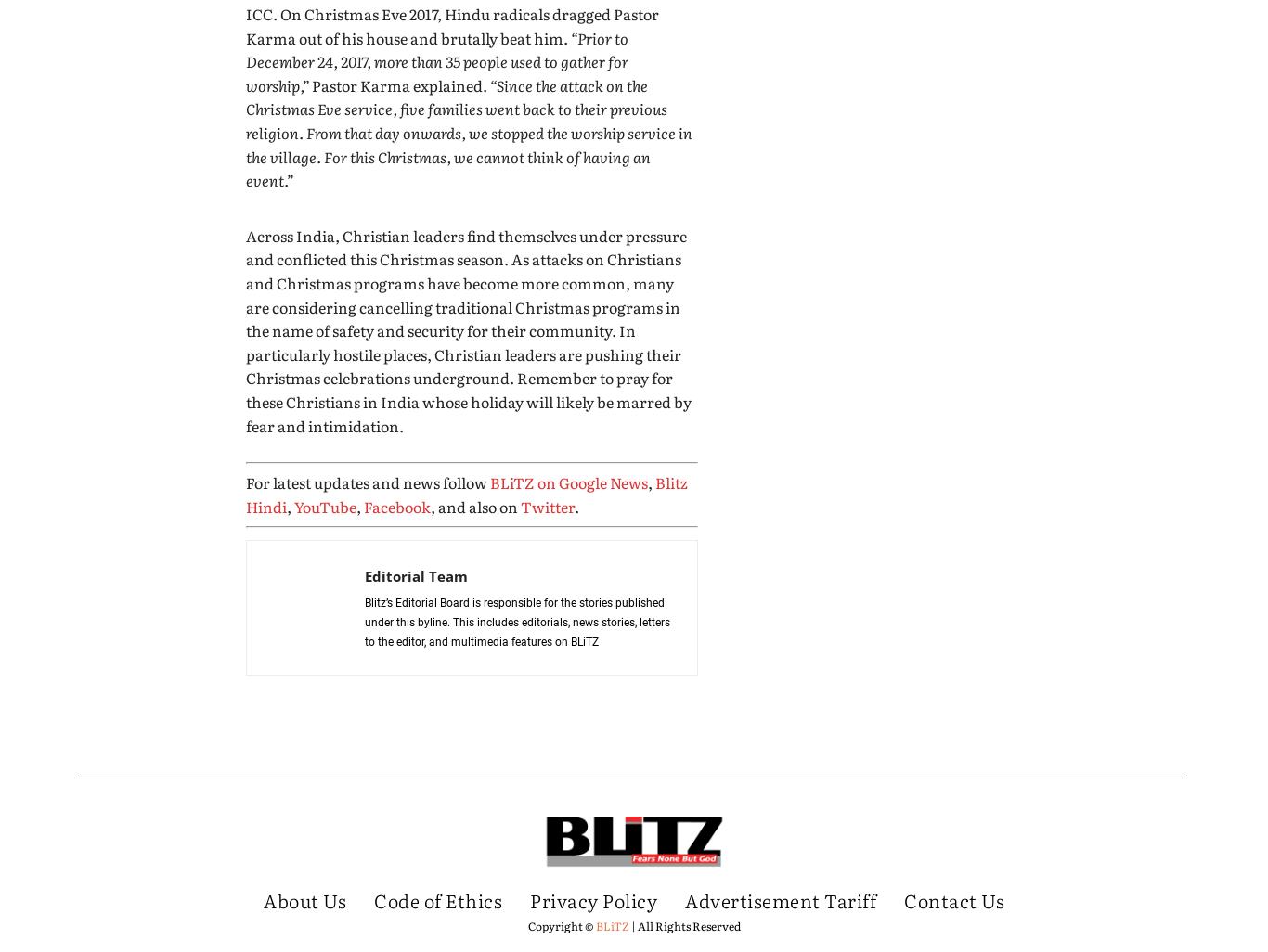 Image resolution: width=1268 pixels, height=952 pixels. Describe the element at coordinates (367, 482) in the screenshot. I see `'For latest updates and news follow'` at that location.